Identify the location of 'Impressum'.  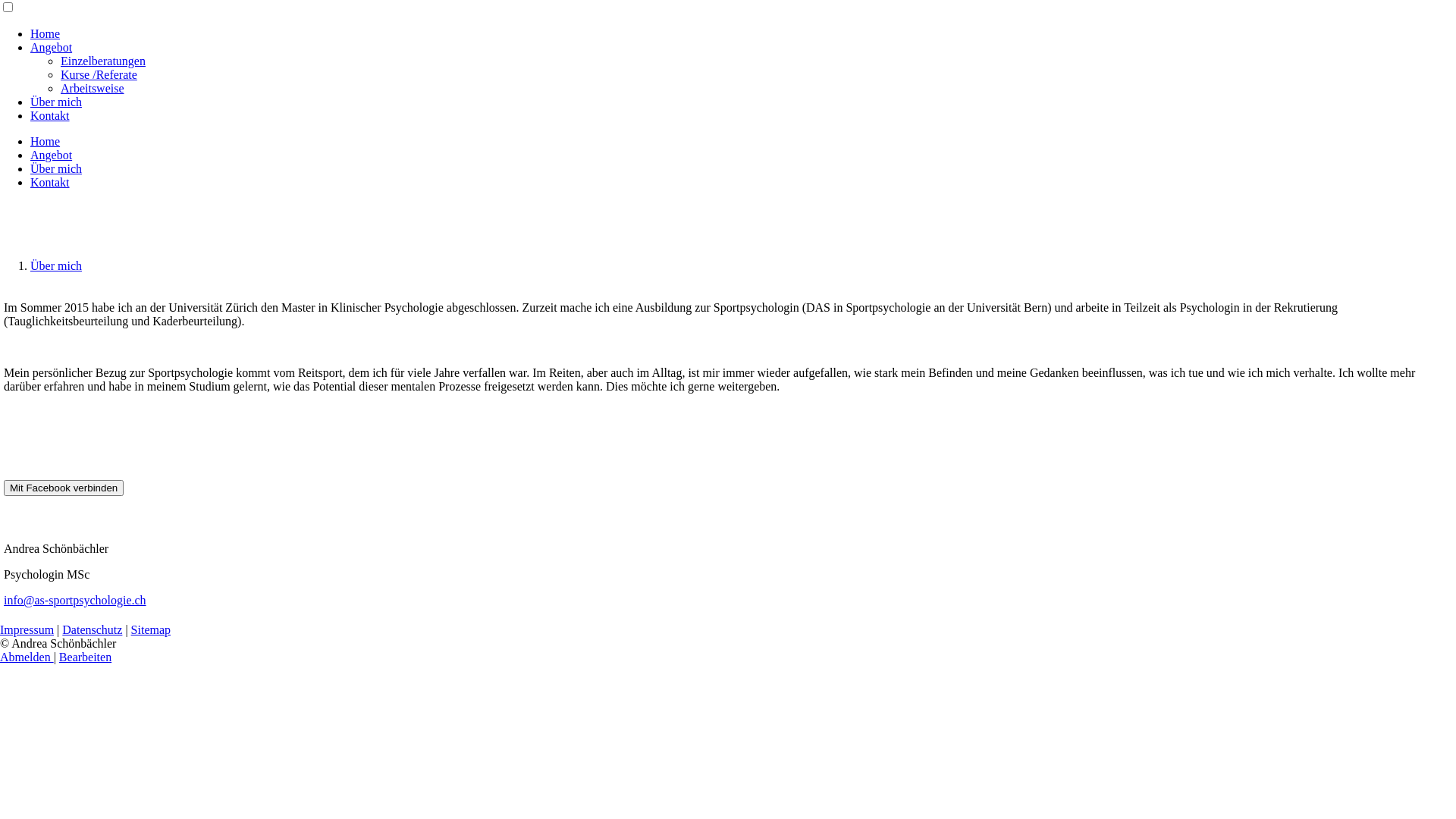
(27, 629).